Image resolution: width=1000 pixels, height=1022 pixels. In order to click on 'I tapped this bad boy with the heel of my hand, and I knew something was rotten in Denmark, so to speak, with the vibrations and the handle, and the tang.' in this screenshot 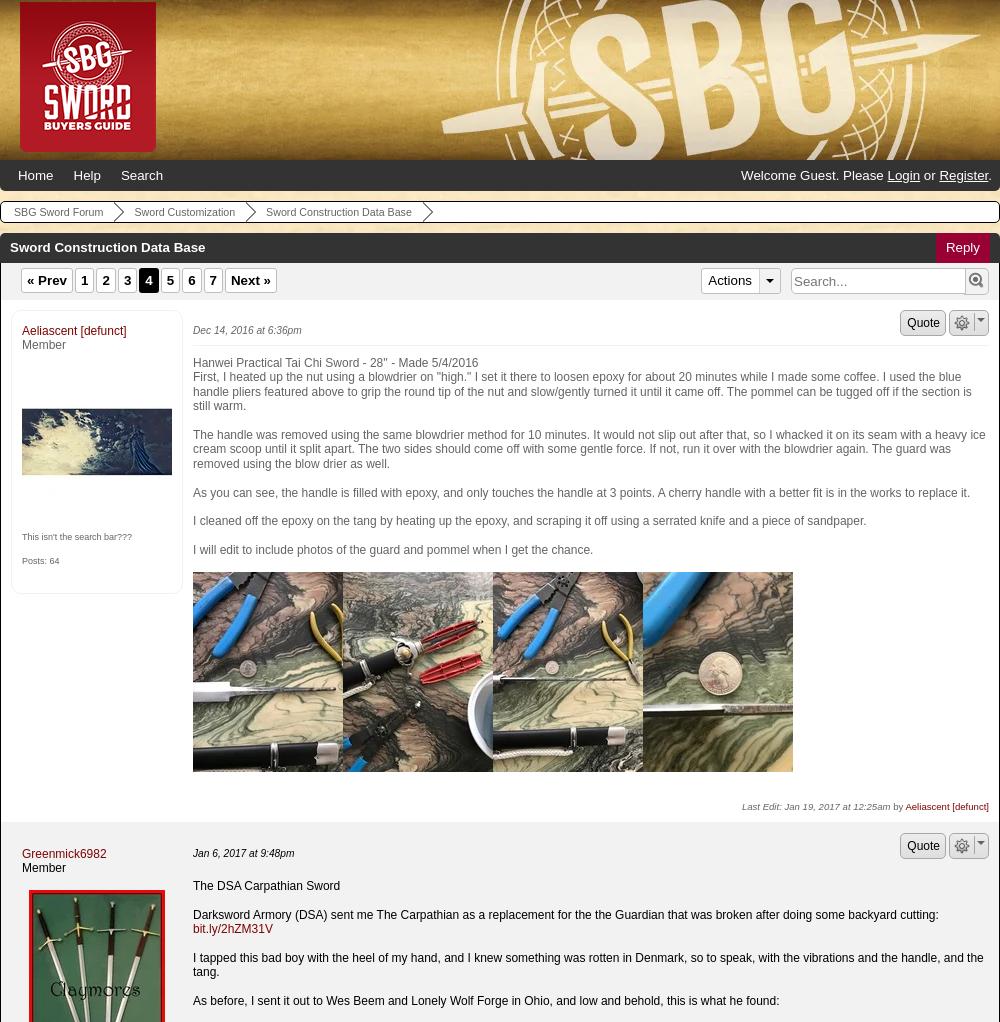, I will do `click(587, 963)`.